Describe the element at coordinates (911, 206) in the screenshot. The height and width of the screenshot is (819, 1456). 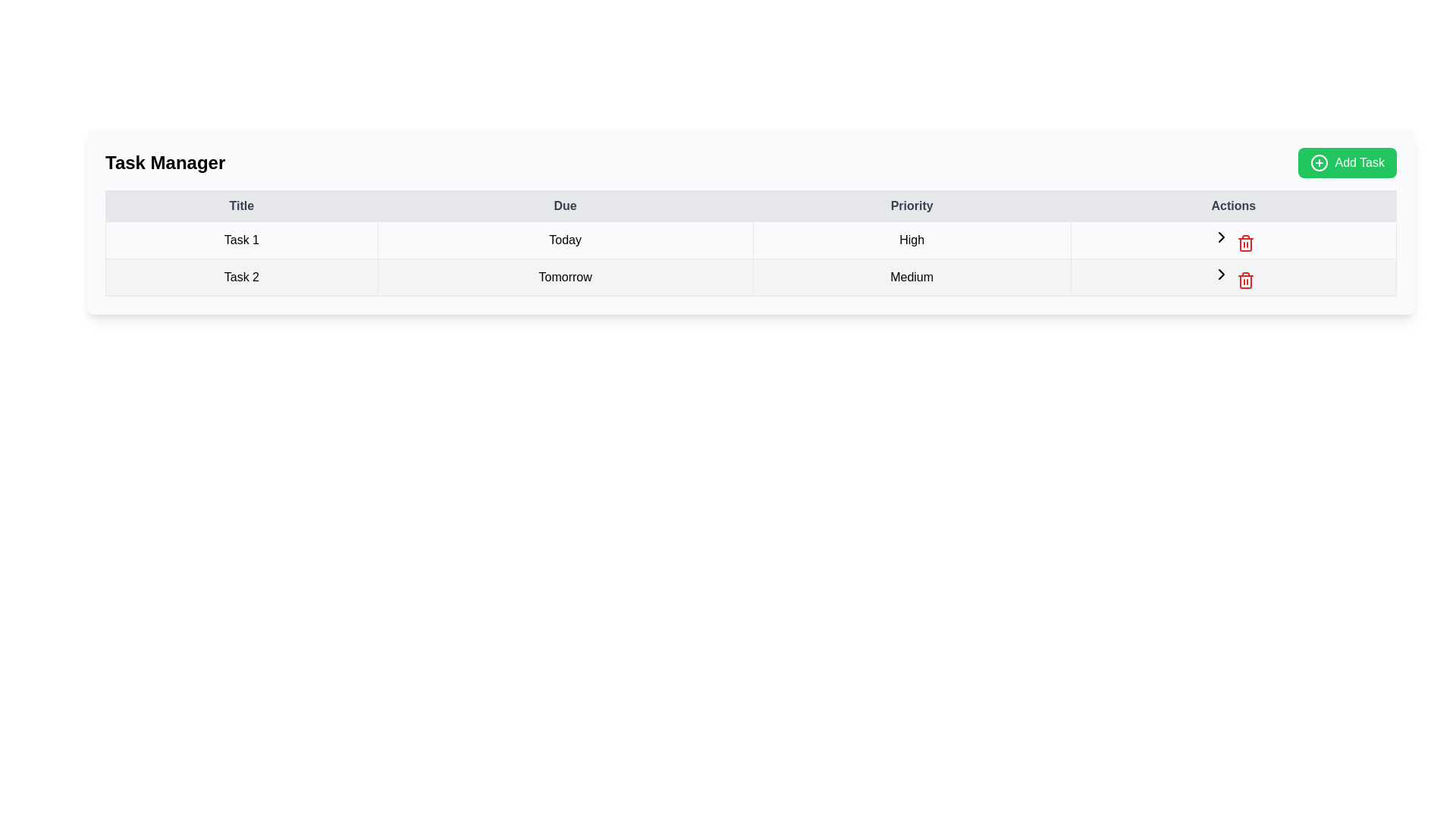
I see `the 'Priority' text label in the table header` at that location.